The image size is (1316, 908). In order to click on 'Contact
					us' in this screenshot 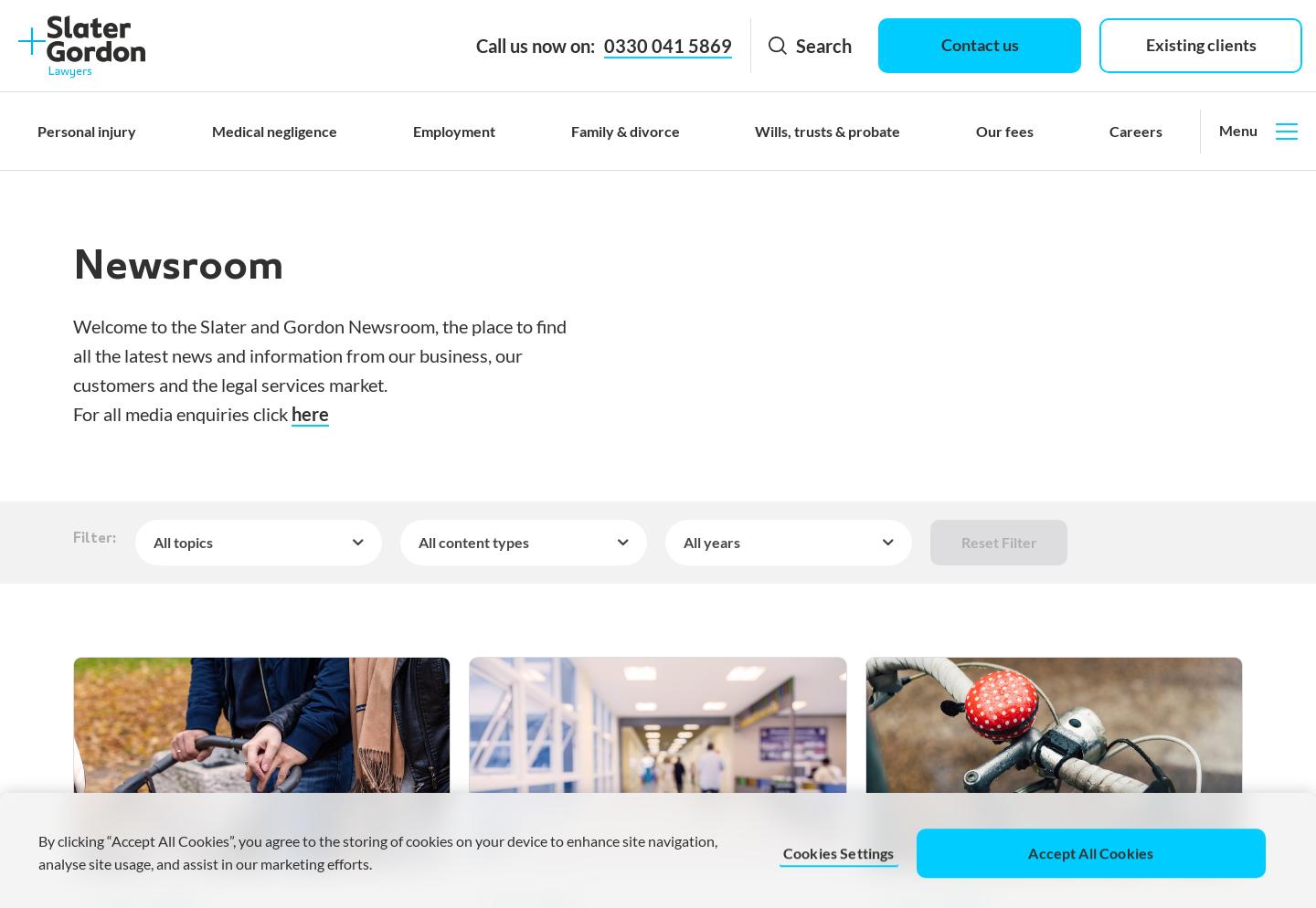, I will do `click(979, 44)`.